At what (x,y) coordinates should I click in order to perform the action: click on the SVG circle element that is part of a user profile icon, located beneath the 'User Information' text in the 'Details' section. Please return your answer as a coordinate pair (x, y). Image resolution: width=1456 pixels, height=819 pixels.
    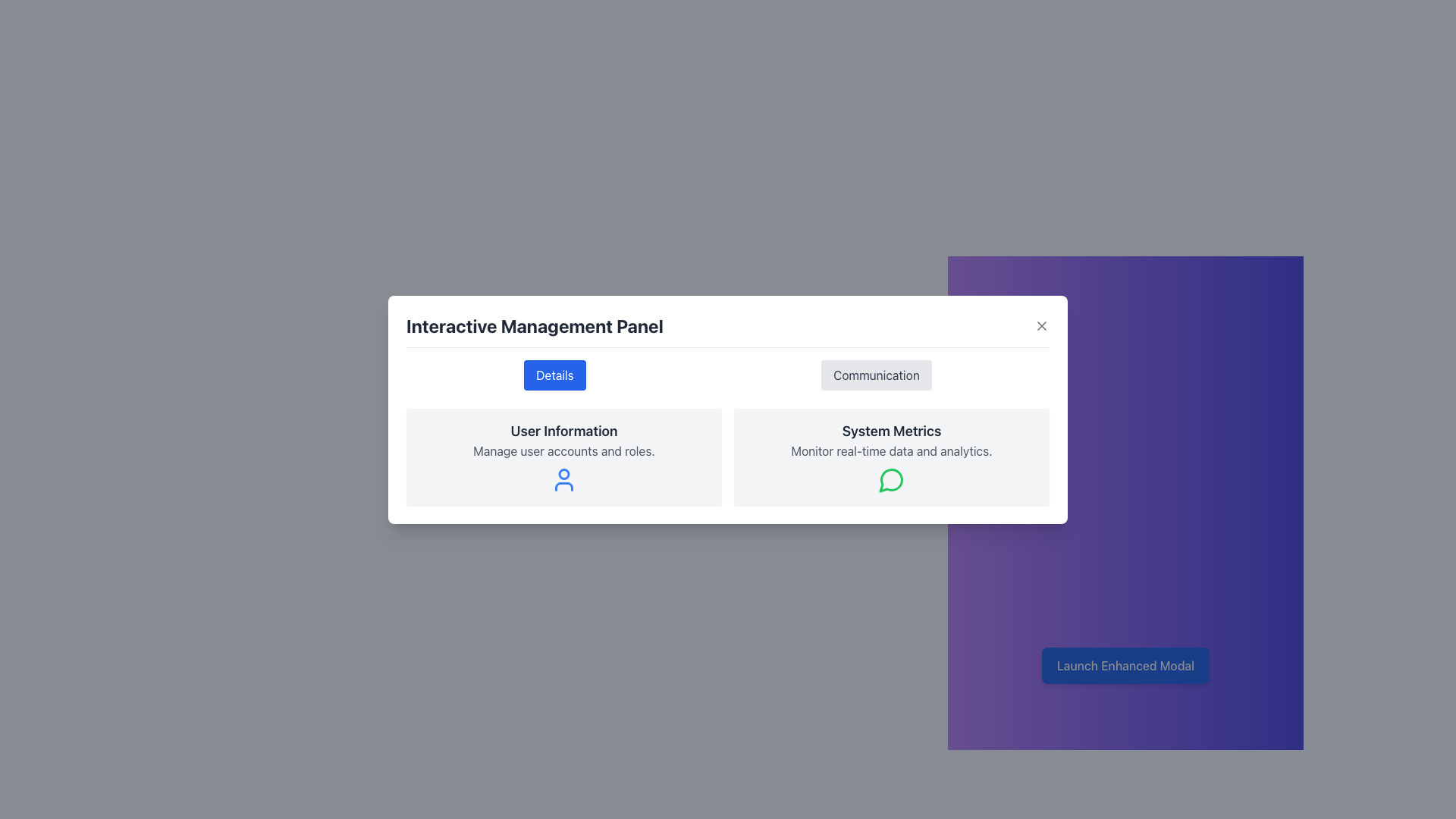
    Looking at the image, I should click on (563, 472).